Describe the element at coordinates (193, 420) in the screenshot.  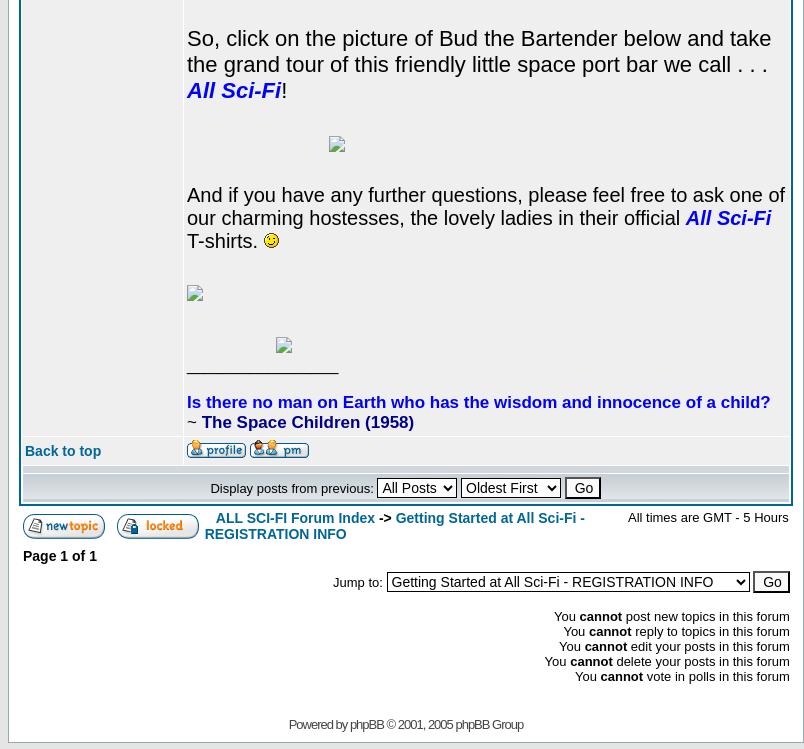
I see `'~'` at that location.